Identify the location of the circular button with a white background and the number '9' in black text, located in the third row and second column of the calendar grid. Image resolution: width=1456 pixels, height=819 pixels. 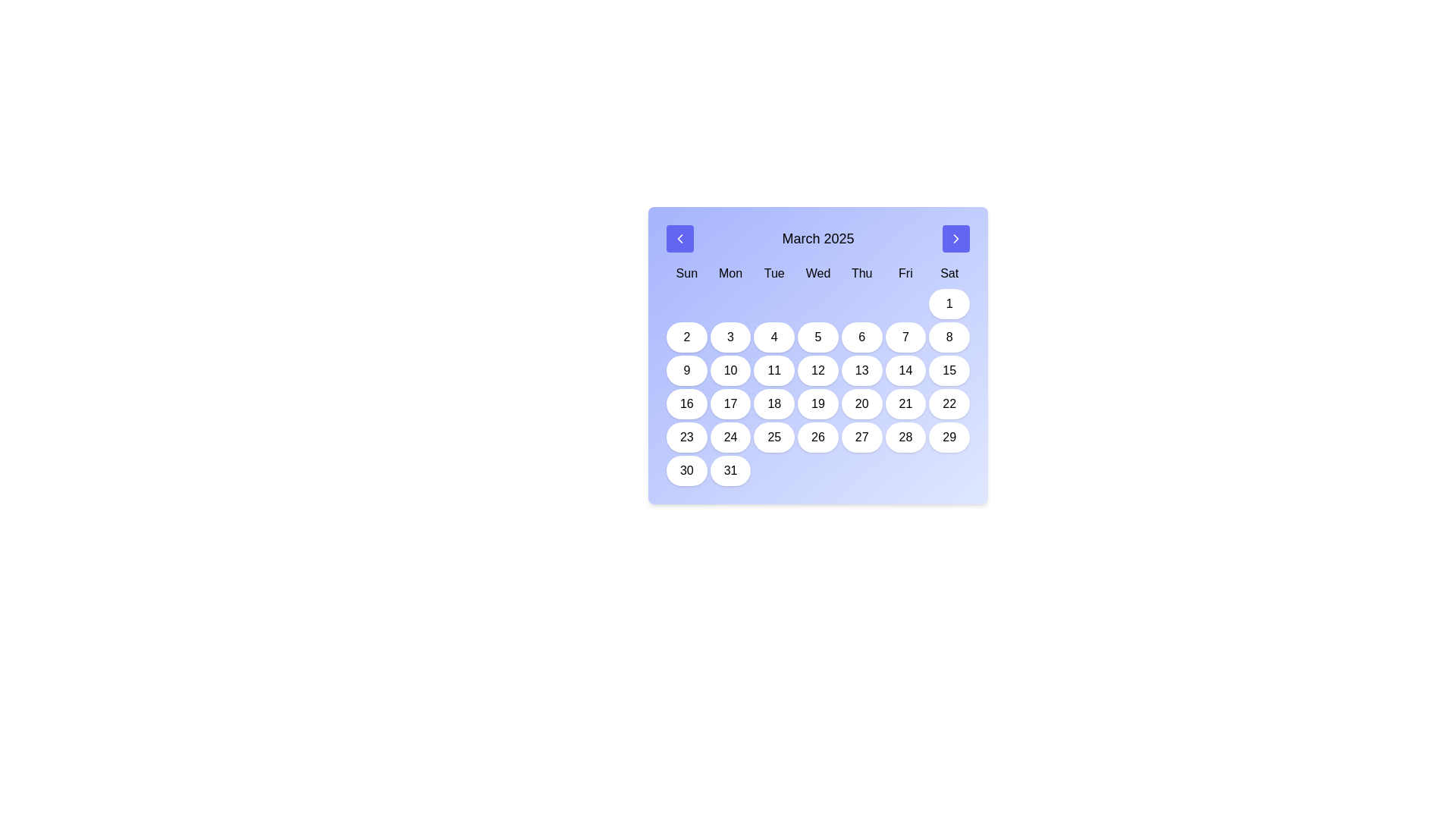
(686, 371).